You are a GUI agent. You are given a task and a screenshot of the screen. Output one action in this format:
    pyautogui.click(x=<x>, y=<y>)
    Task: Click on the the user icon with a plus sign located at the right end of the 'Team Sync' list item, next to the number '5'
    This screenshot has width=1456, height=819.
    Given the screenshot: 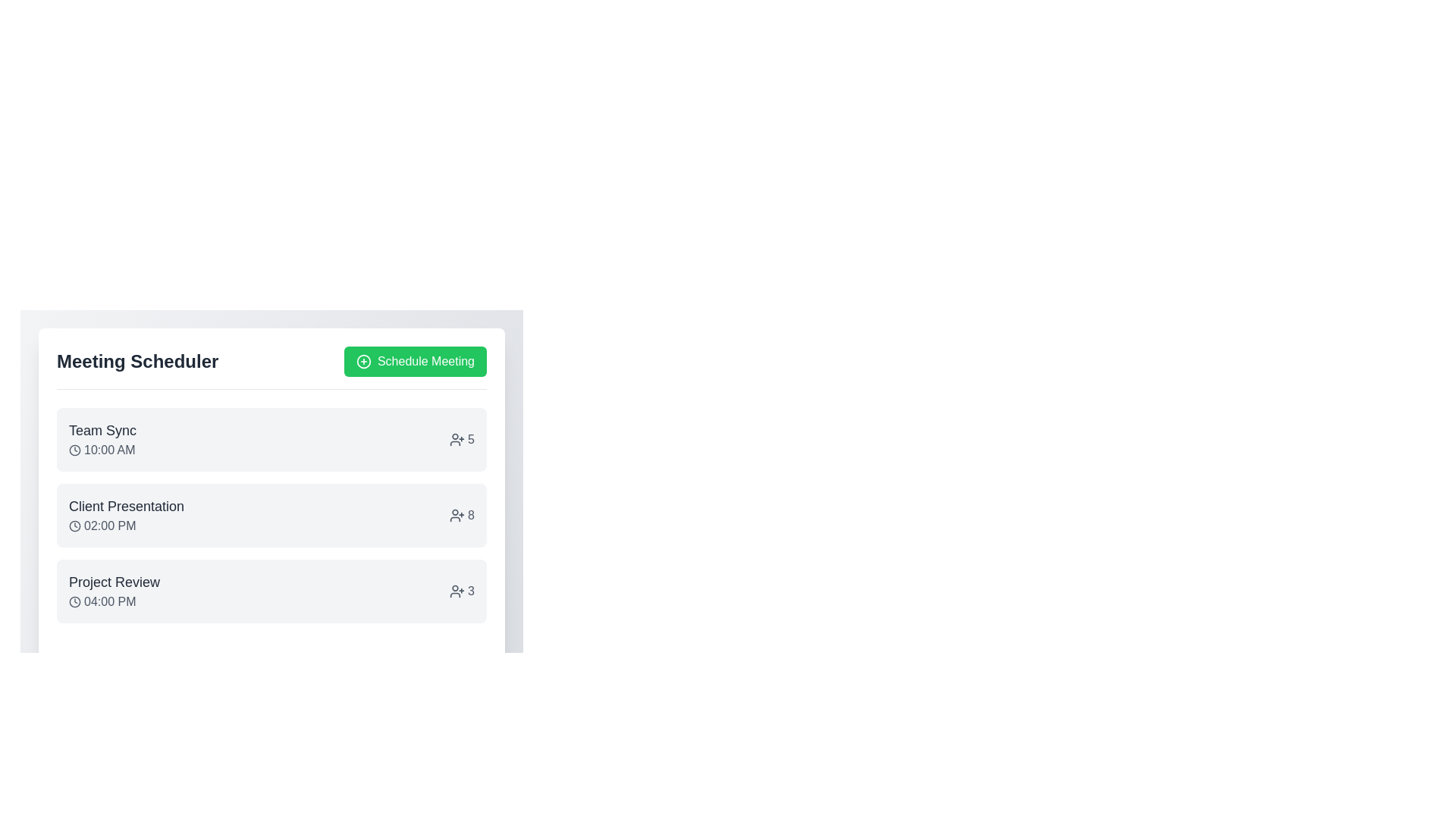 What is the action you would take?
    pyautogui.click(x=457, y=439)
    